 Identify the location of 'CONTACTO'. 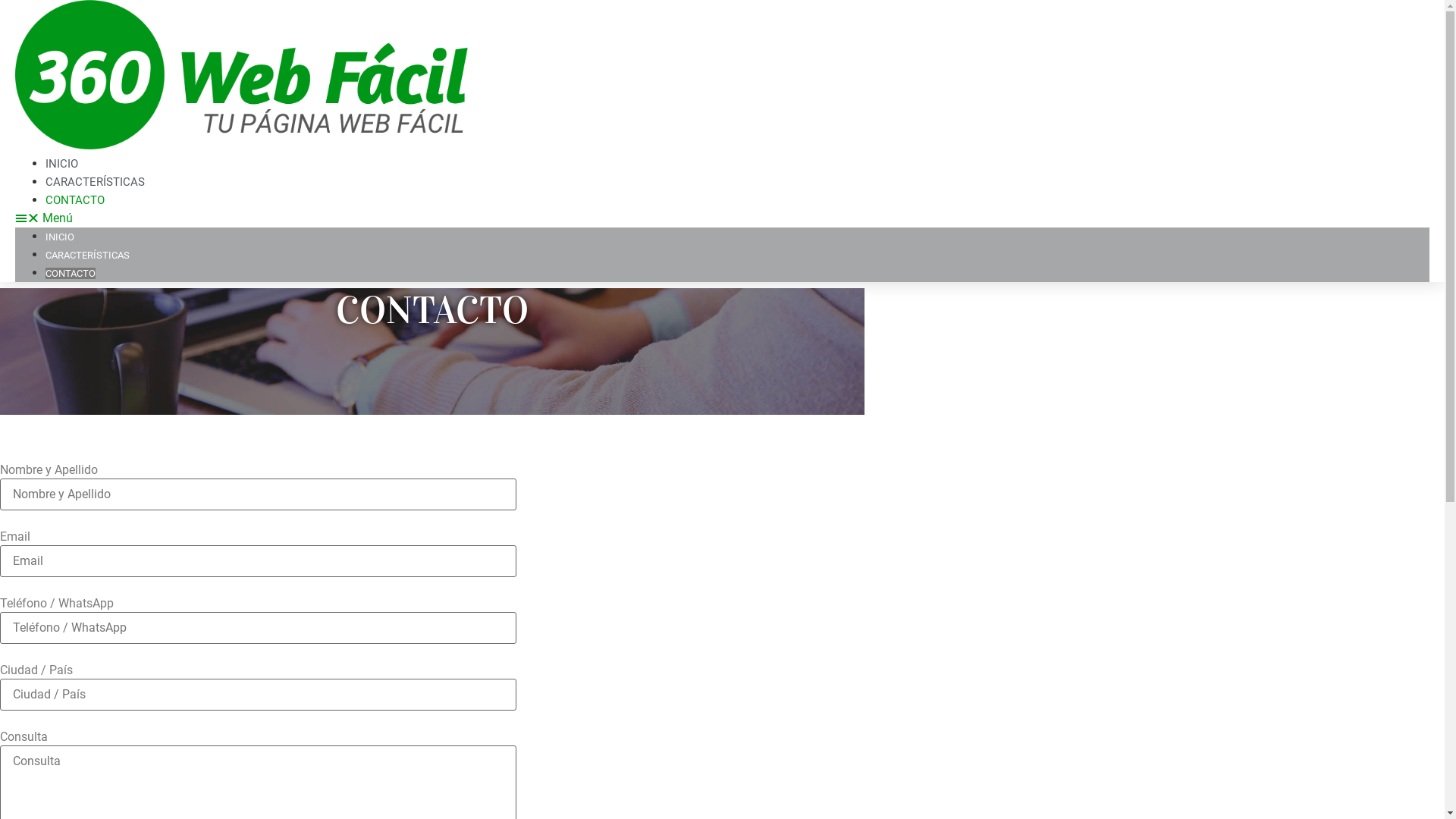
(69, 273).